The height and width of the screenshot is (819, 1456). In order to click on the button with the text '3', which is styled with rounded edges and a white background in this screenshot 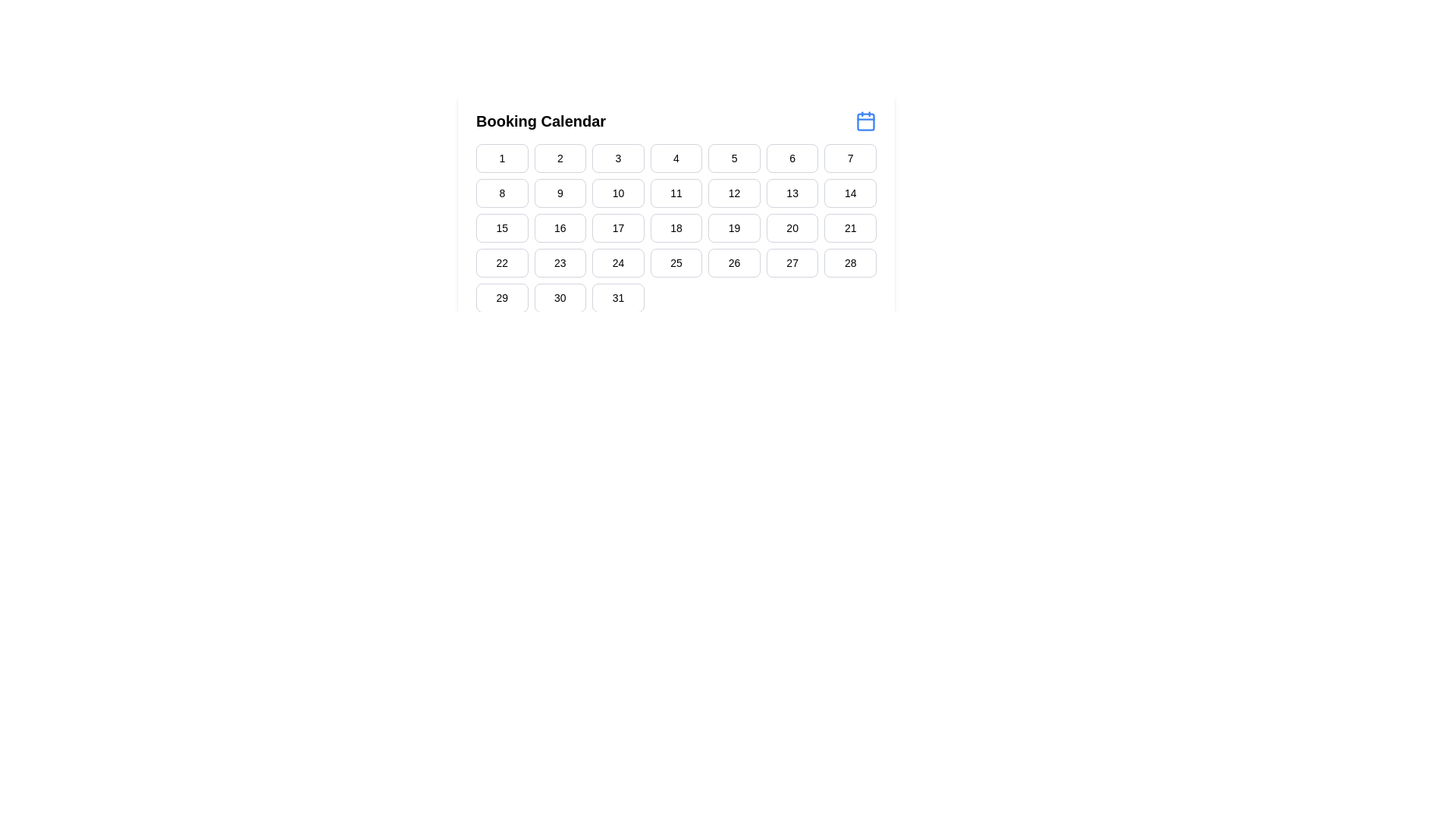, I will do `click(618, 158)`.